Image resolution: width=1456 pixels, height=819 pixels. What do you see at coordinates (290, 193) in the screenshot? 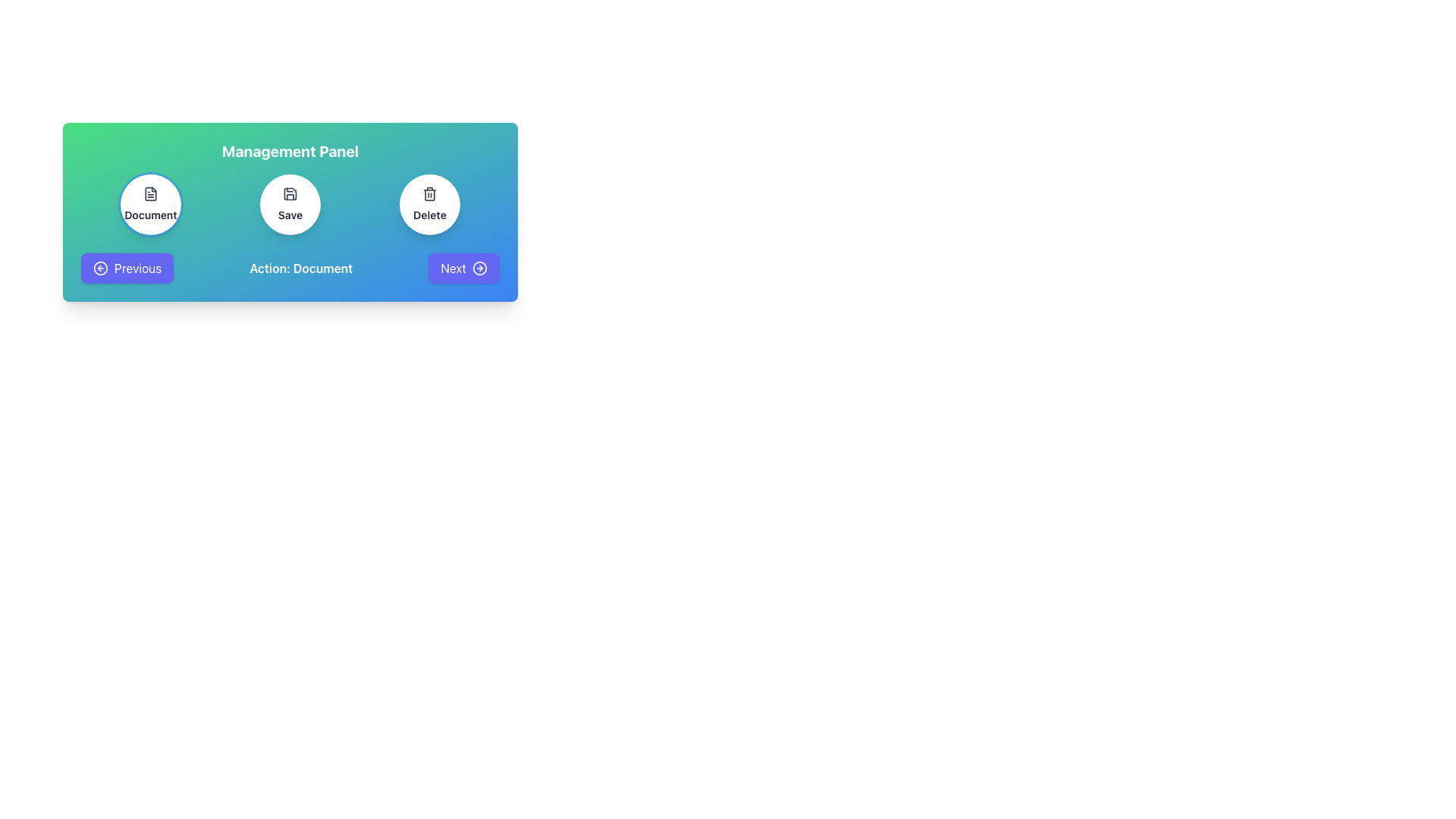
I see `the visual representation of the 'Save' button icon located centrally in the Management Panel, which is between the 'Document' and 'Delete' buttons` at bounding box center [290, 193].